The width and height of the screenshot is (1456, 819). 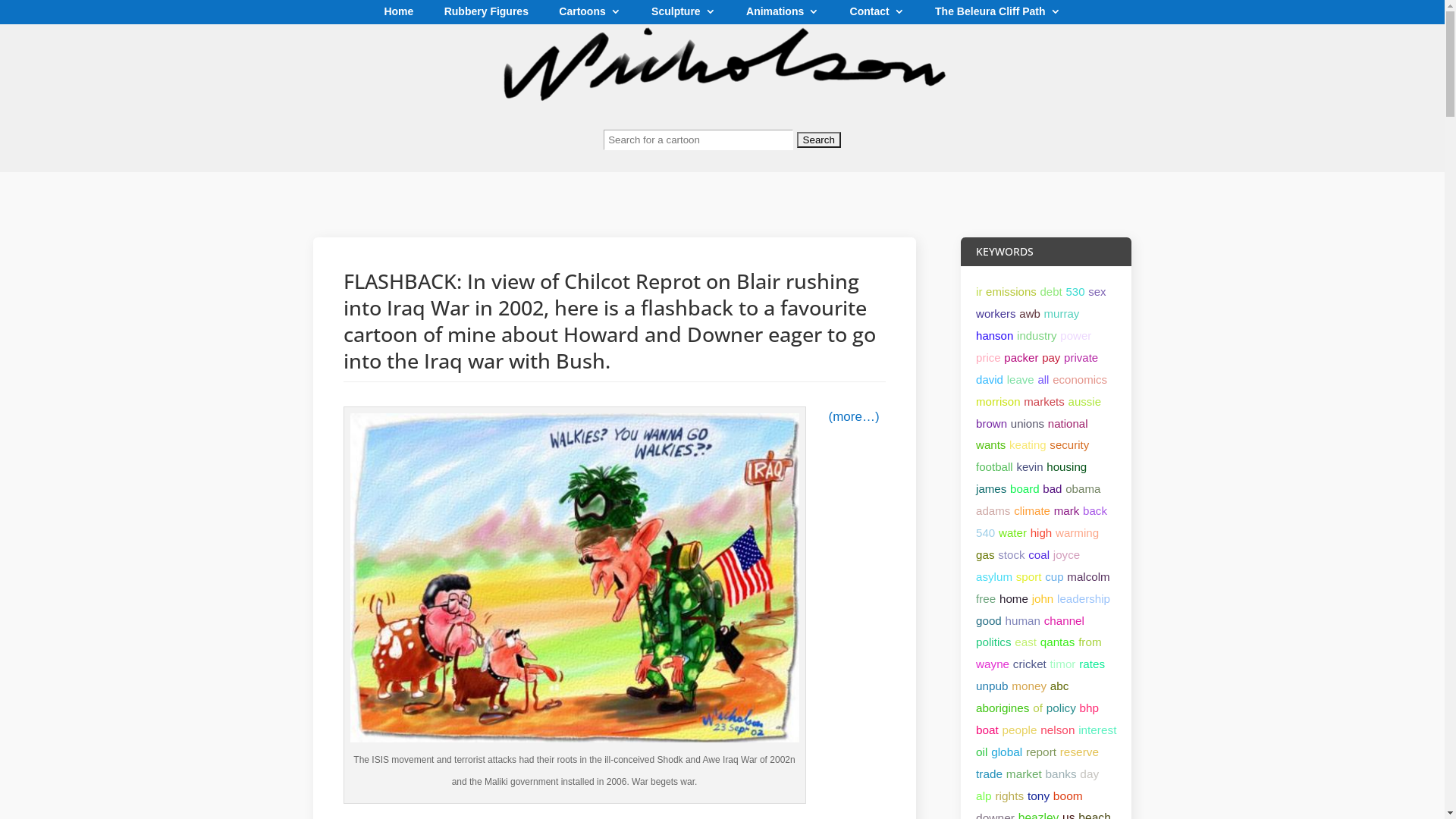 I want to click on 'oil', so click(x=975, y=752).